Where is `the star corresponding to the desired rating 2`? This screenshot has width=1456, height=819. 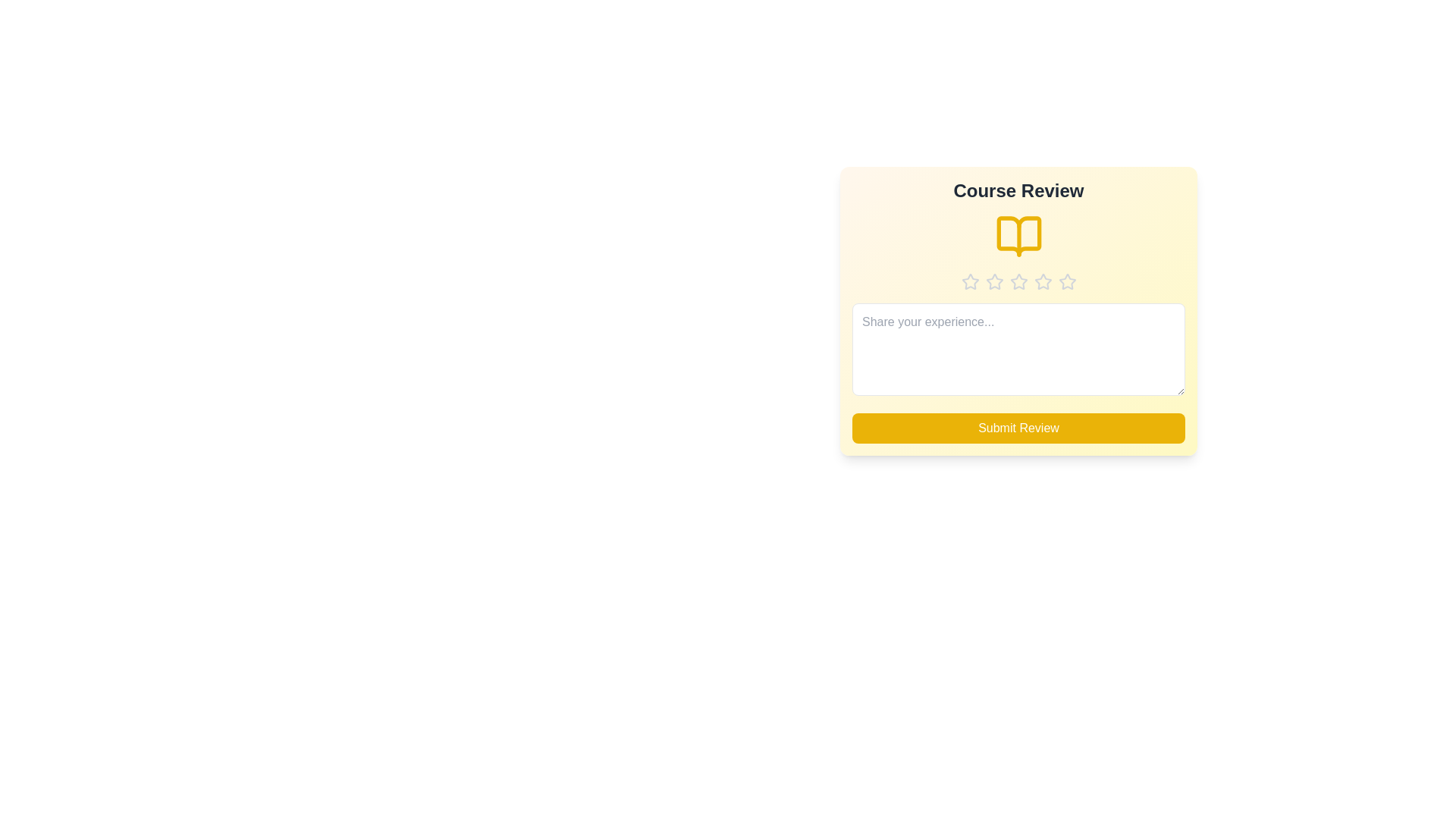 the star corresponding to the desired rating 2 is located at coordinates (994, 281).